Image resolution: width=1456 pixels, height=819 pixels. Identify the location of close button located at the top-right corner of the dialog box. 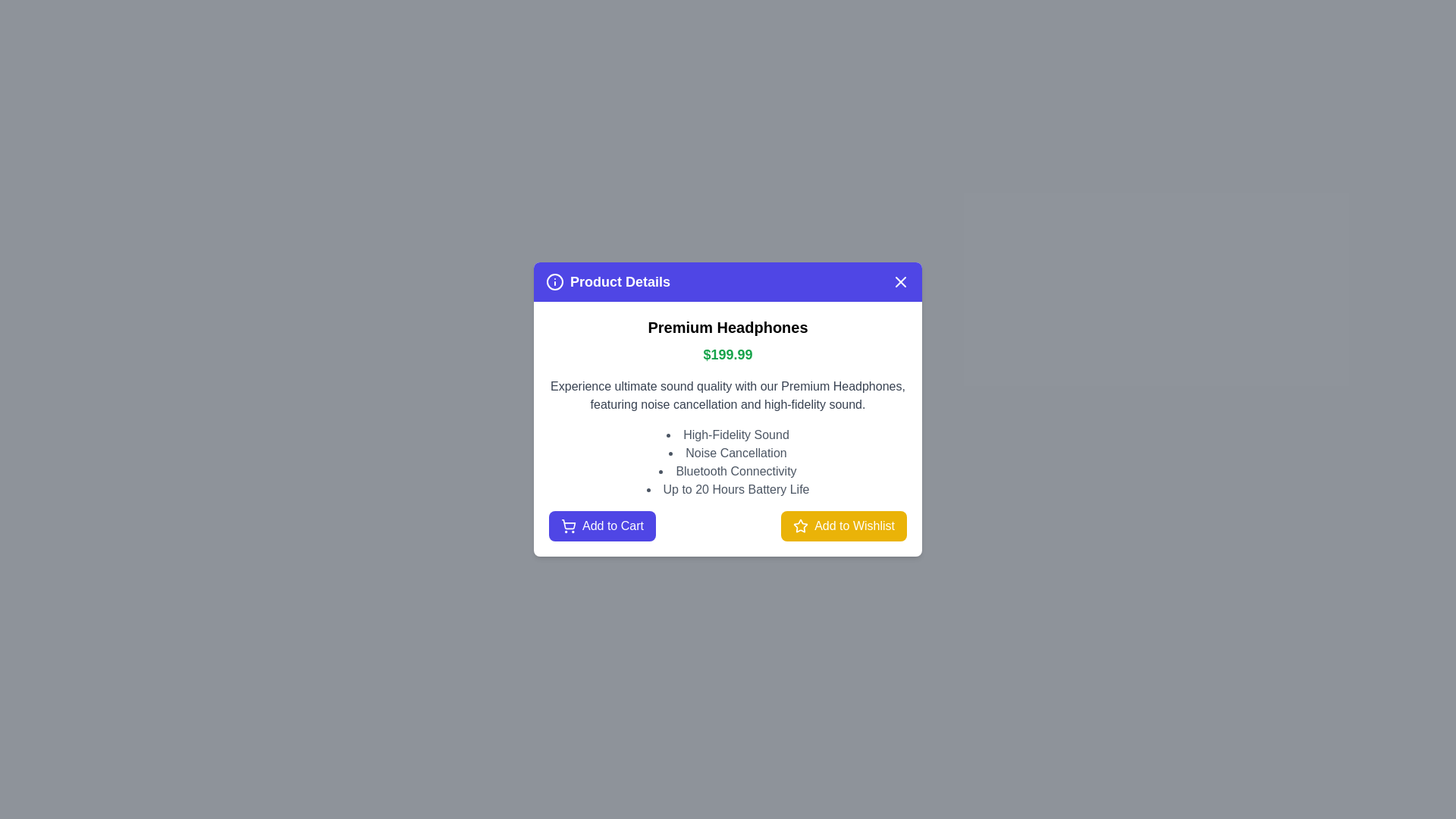
(901, 281).